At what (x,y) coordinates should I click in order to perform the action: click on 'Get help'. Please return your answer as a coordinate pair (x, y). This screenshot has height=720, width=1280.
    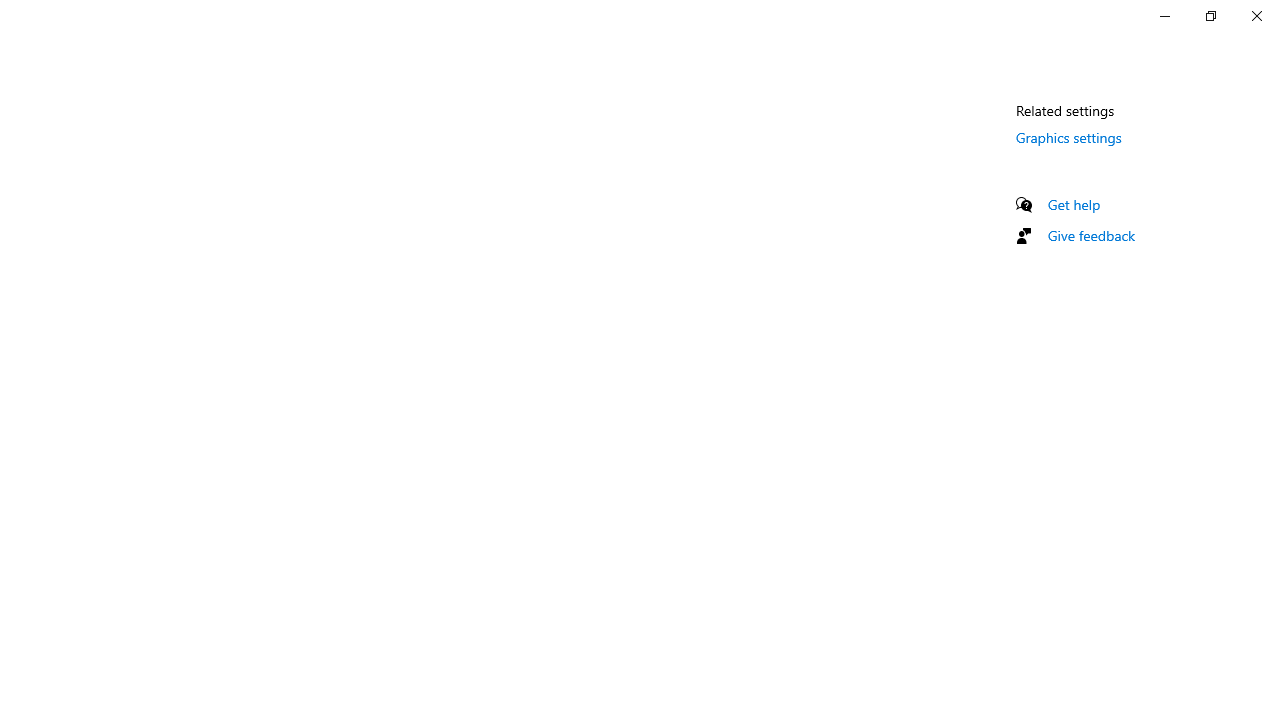
    Looking at the image, I should click on (1073, 204).